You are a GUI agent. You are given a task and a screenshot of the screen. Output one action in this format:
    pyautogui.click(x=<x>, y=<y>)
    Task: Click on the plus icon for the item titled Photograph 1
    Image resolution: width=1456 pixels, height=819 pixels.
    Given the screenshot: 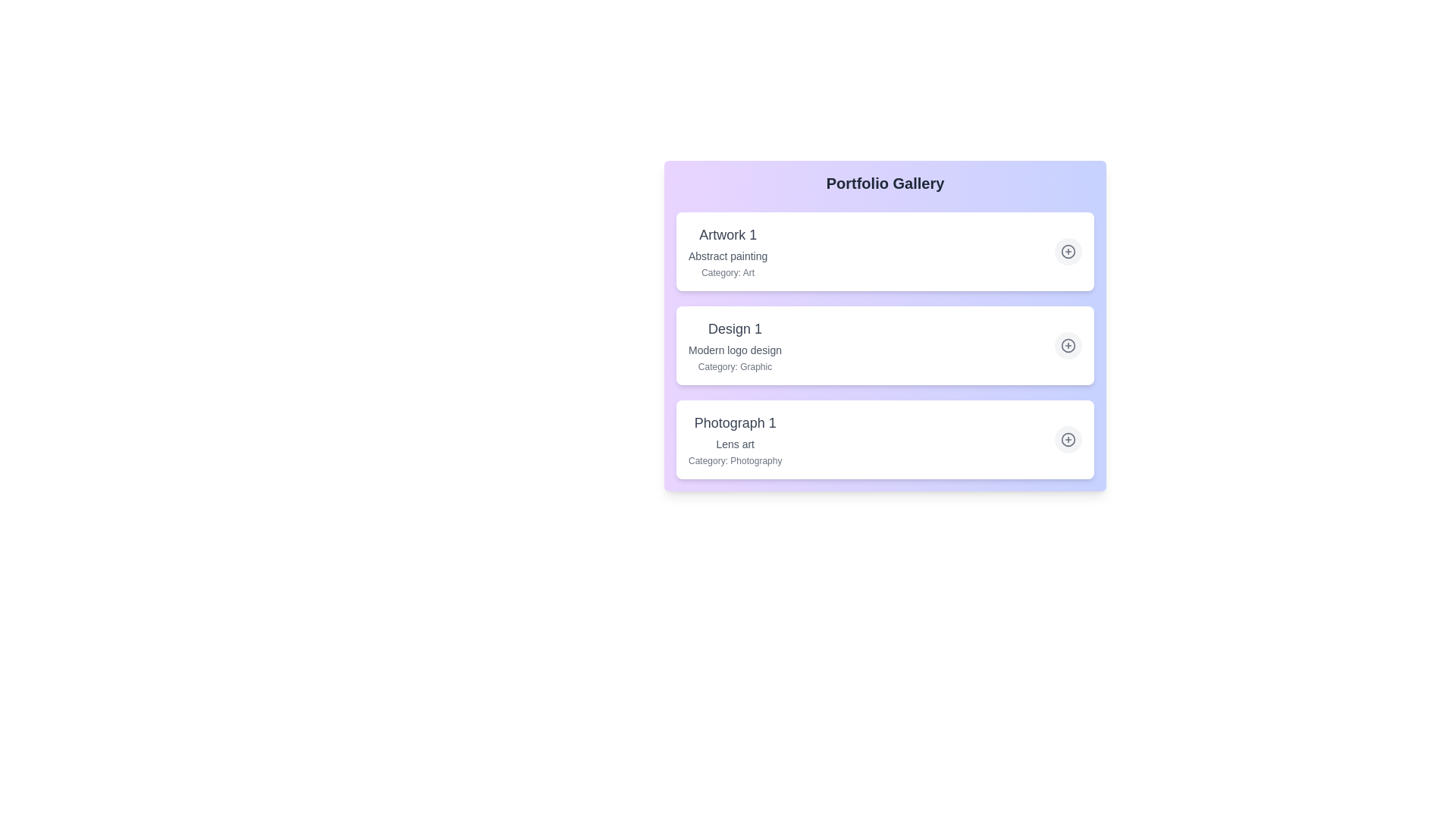 What is the action you would take?
    pyautogui.click(x=1068, y=439)
    